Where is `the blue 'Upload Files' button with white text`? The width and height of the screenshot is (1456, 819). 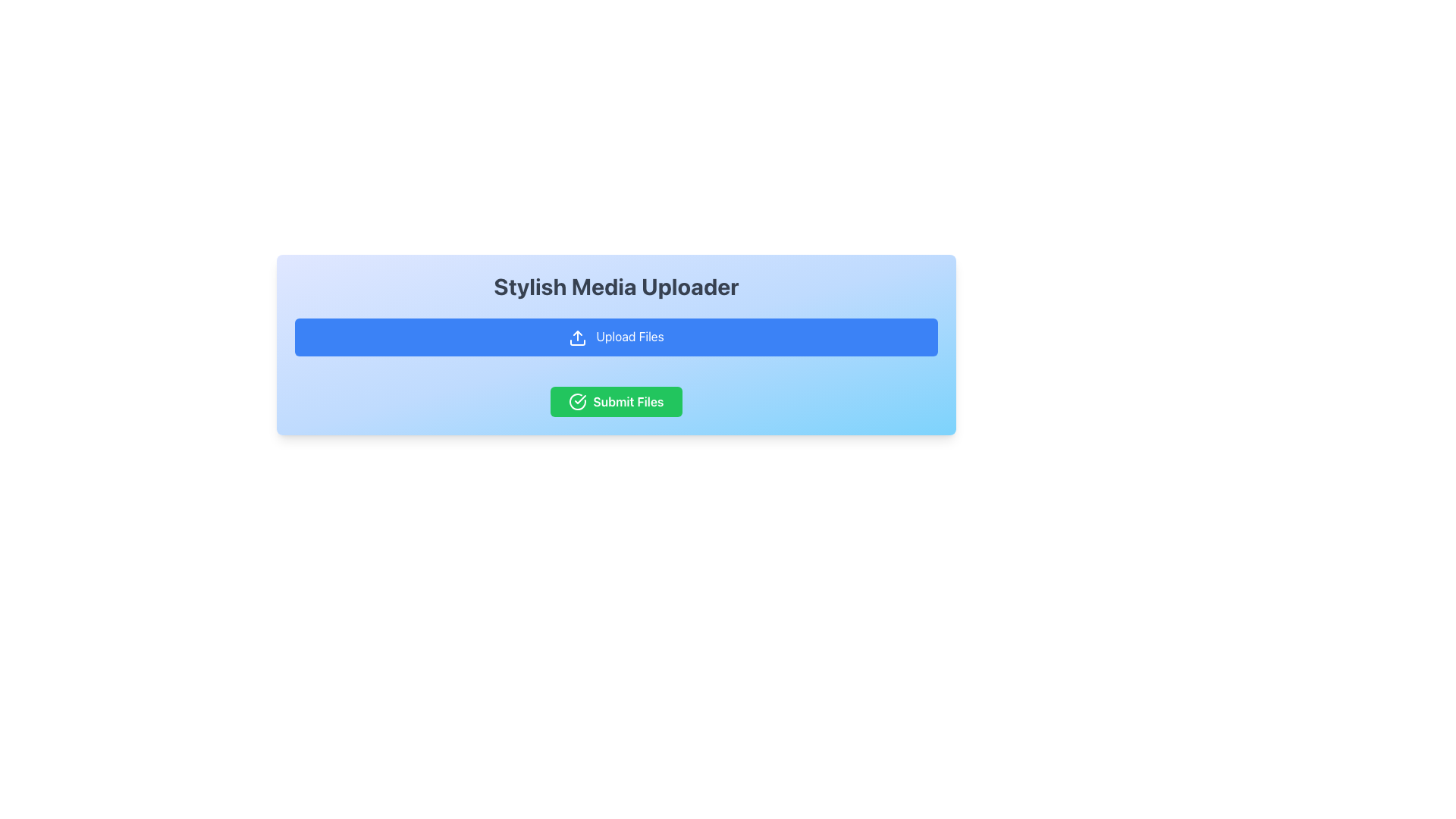 the blue 'Upload Files' button with white text is located at coordinates (616, 335).